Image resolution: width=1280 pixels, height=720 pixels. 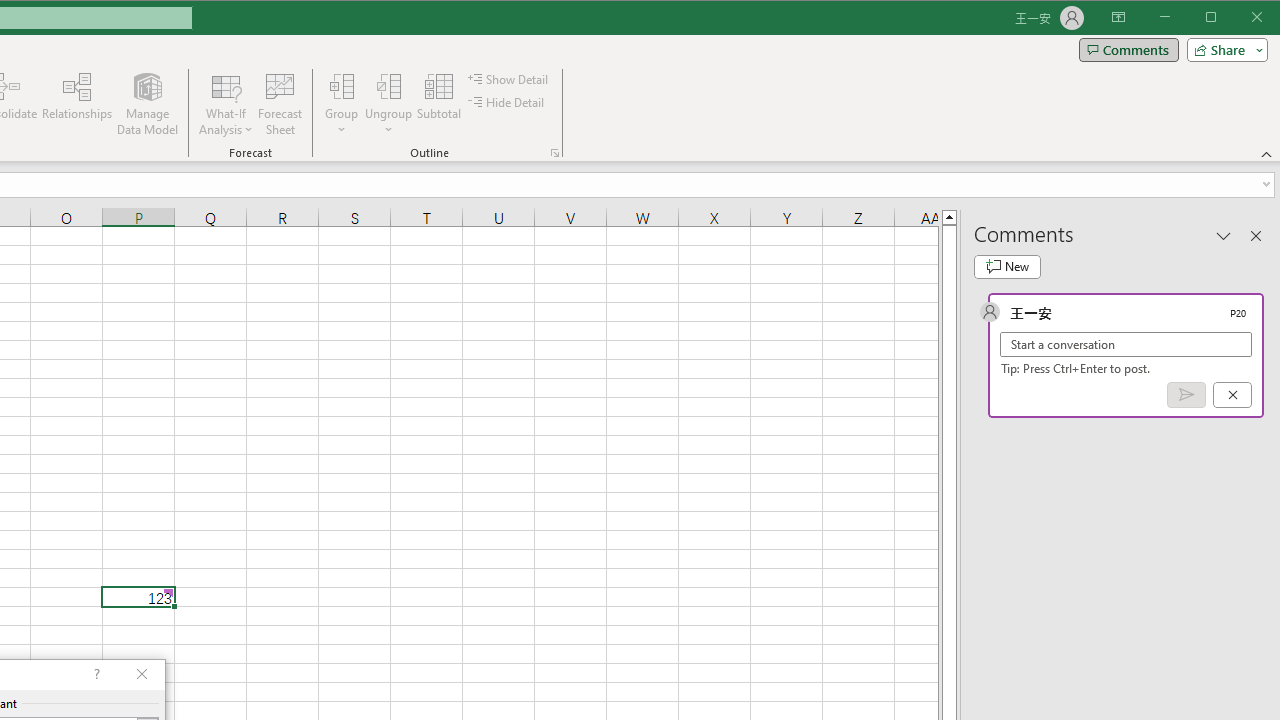 What do you see at coordinates (389, 85) in the screenshot?
I see `'Ungroup...'` at bounding box center [389, 85].